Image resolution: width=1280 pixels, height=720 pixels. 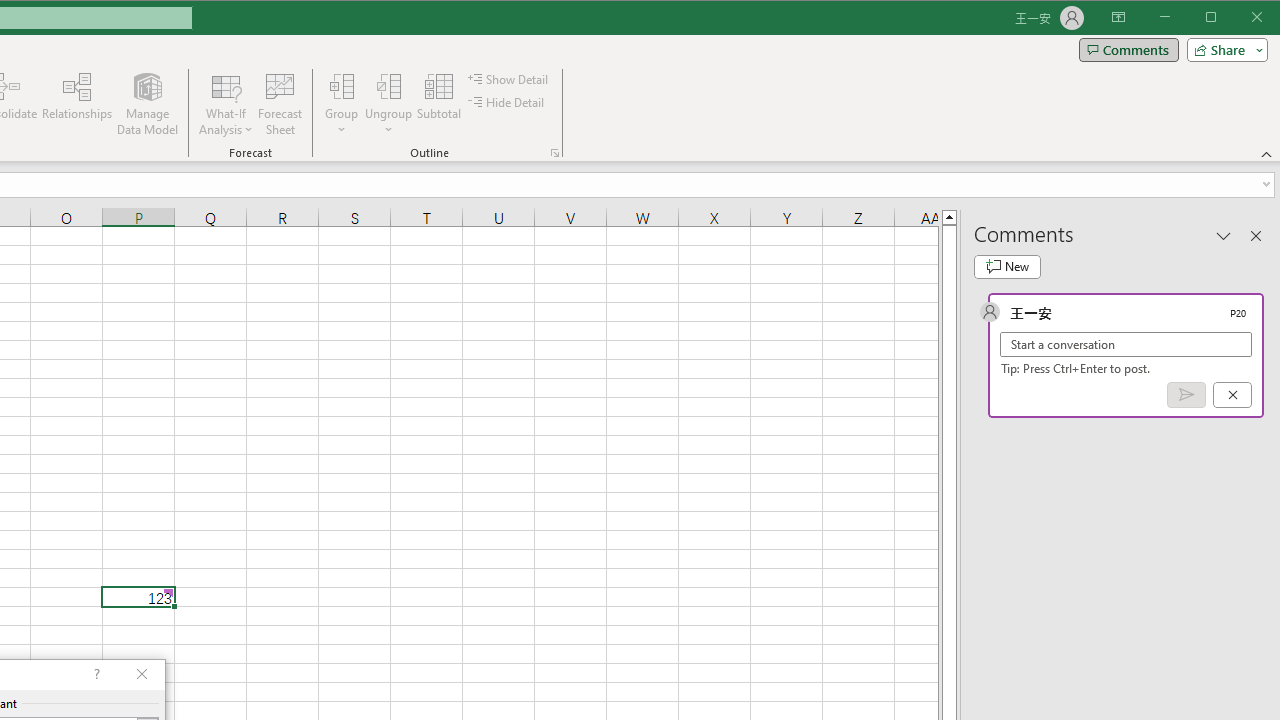 What do you see at coordinates (389, 85) in the screenshot?
I see `'Ungroup...'` at bounding box center [389, 85].